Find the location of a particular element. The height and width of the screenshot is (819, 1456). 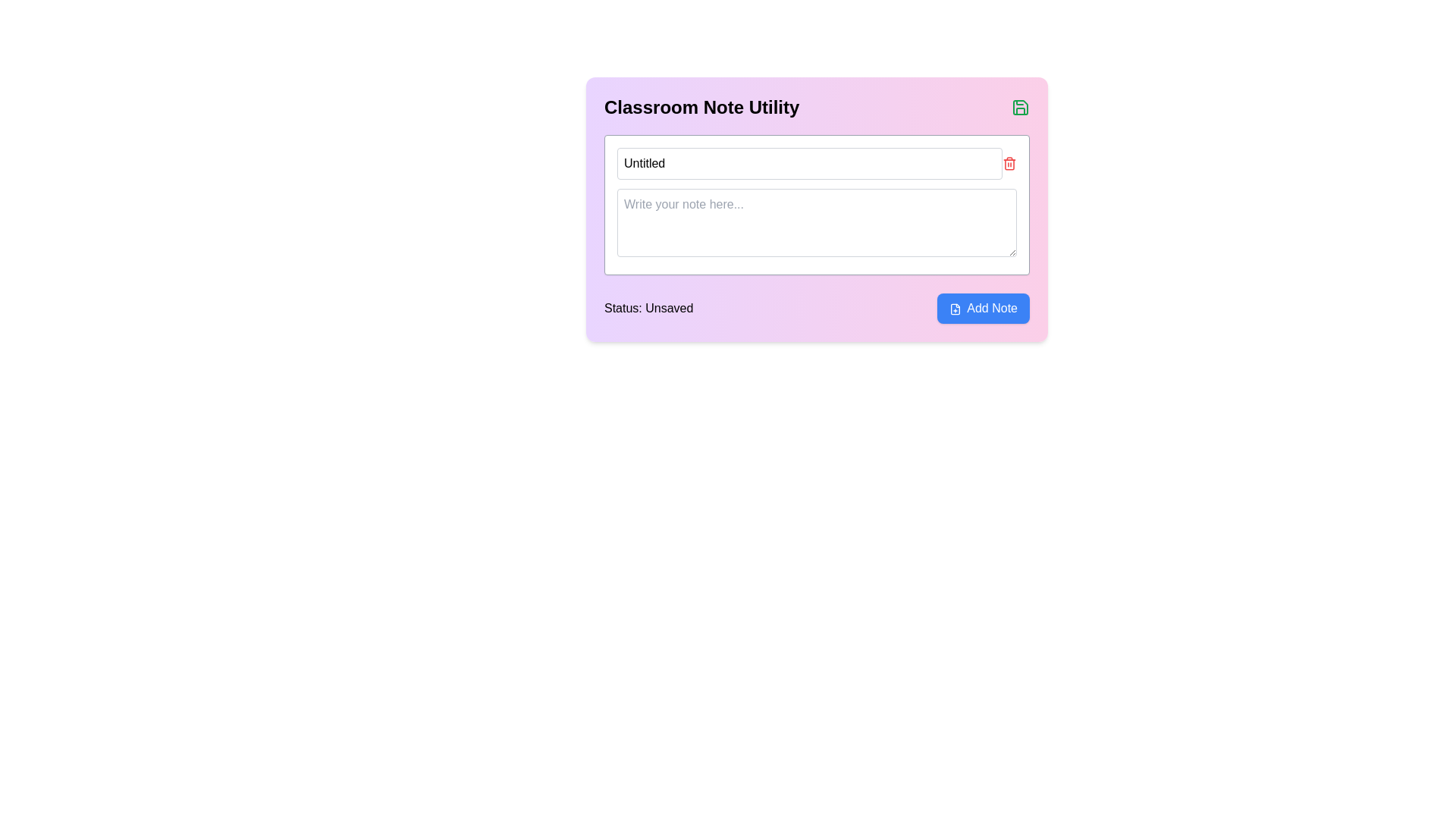

the save icon located in the upper right corner of the 'Classroom Note Utility' card is located at coordinates (1020, 107).